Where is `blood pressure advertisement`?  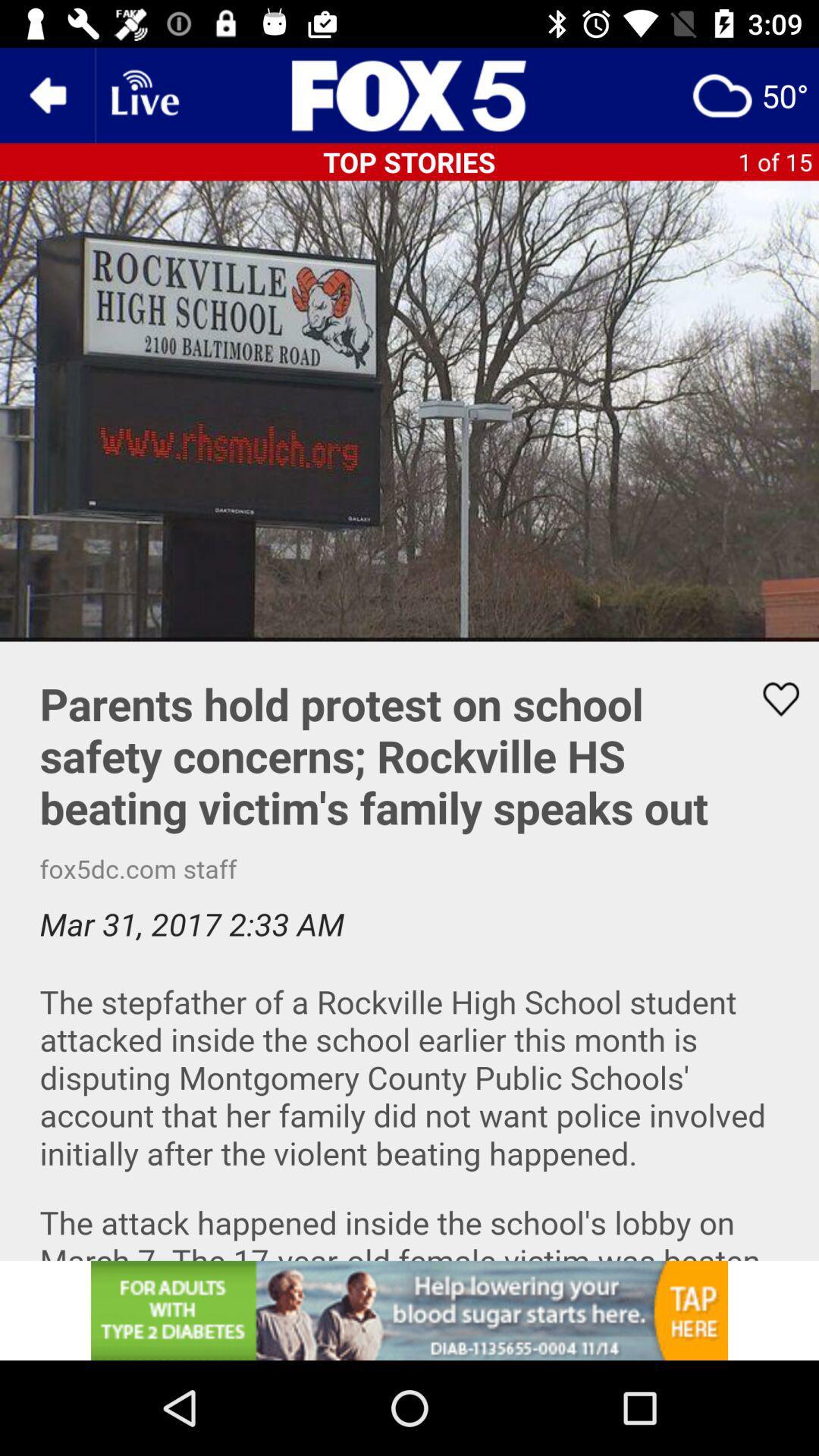 blood pressure advertisement is located at coordinates (409, 1310).